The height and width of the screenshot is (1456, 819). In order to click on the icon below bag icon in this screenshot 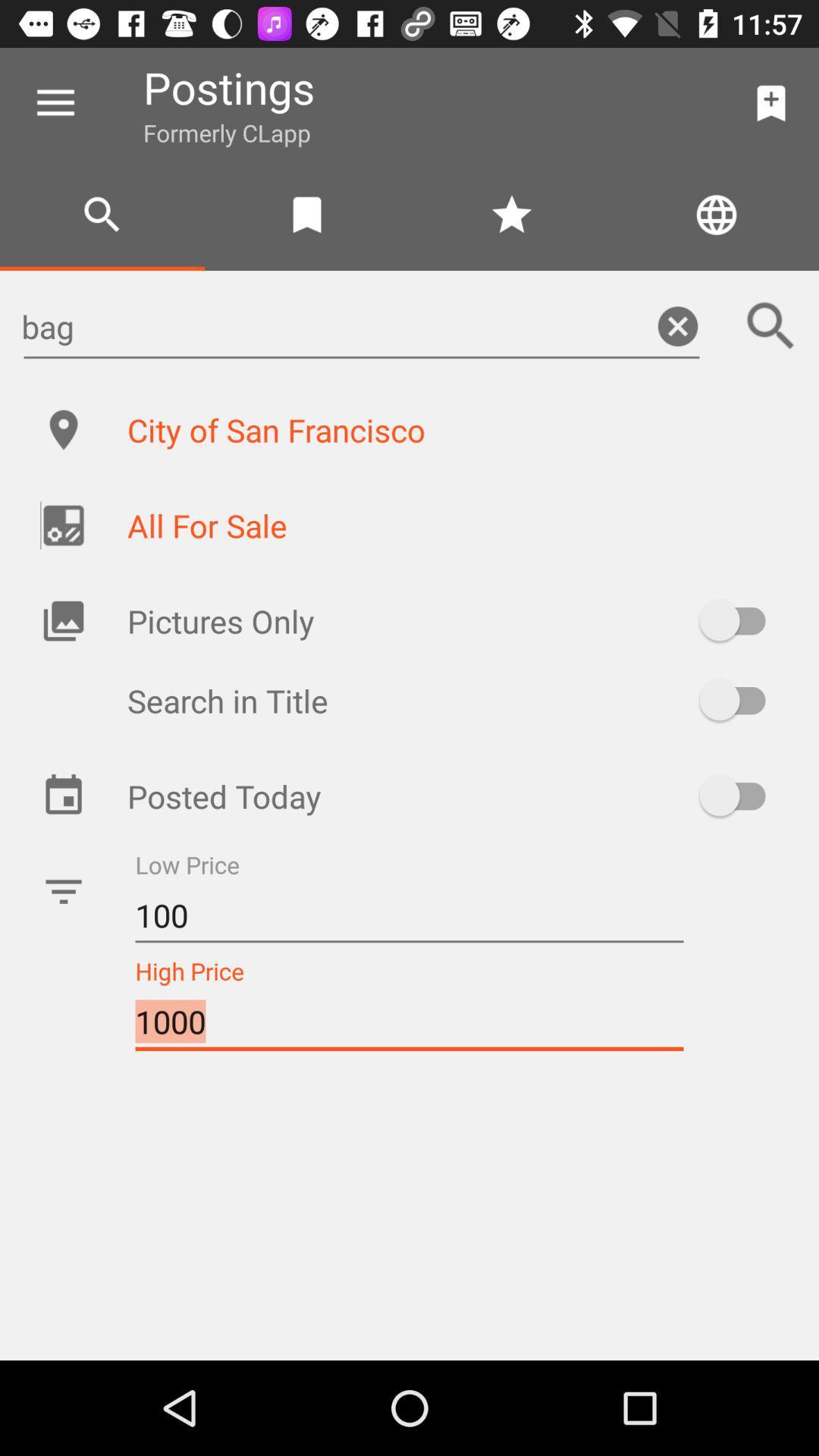, I will do `click(456, 428)`.